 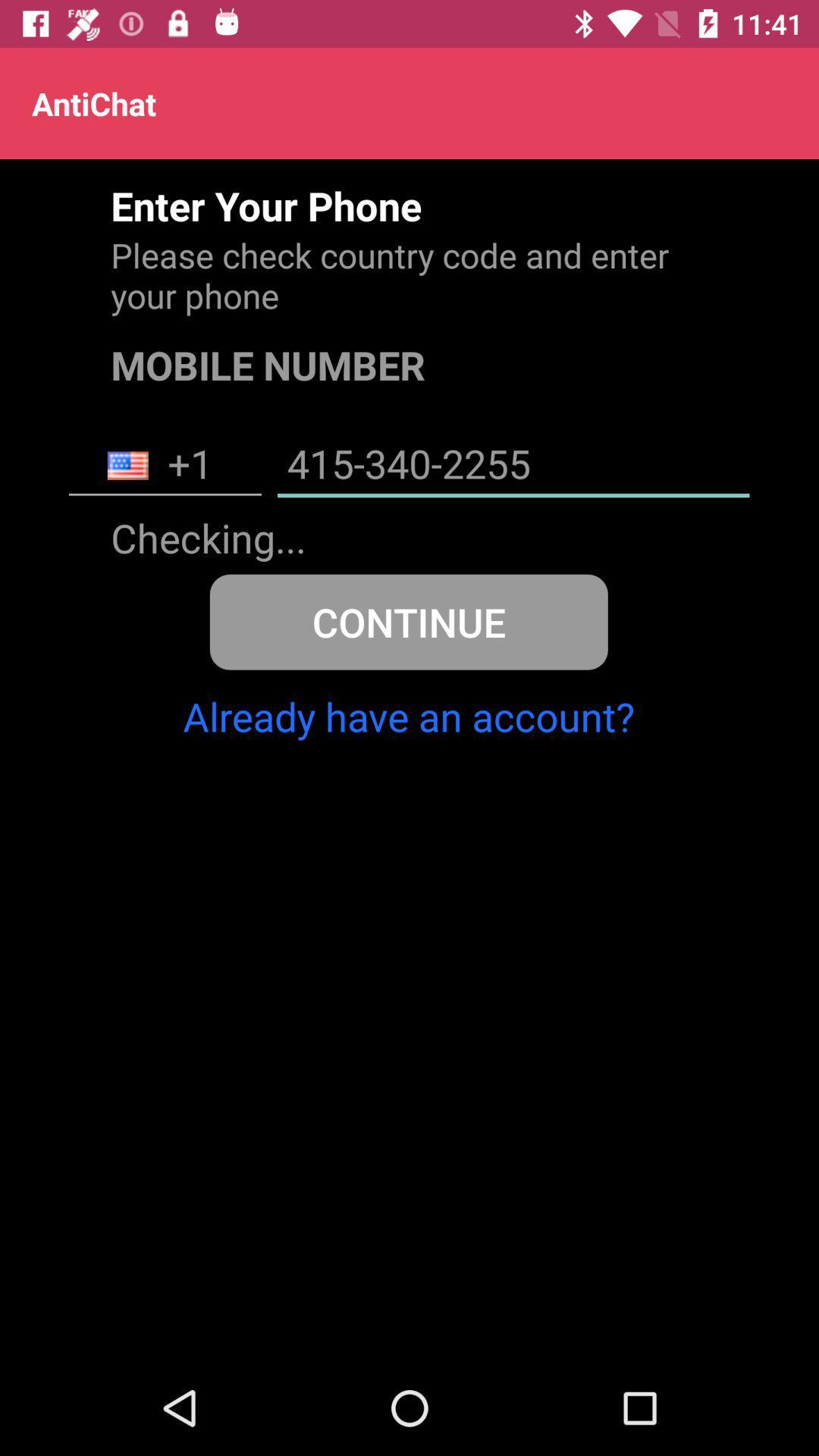 What do you see at coordinates (408, 715) in the screenshot?
I see `already have an icon` at bounding box center [408, 715].